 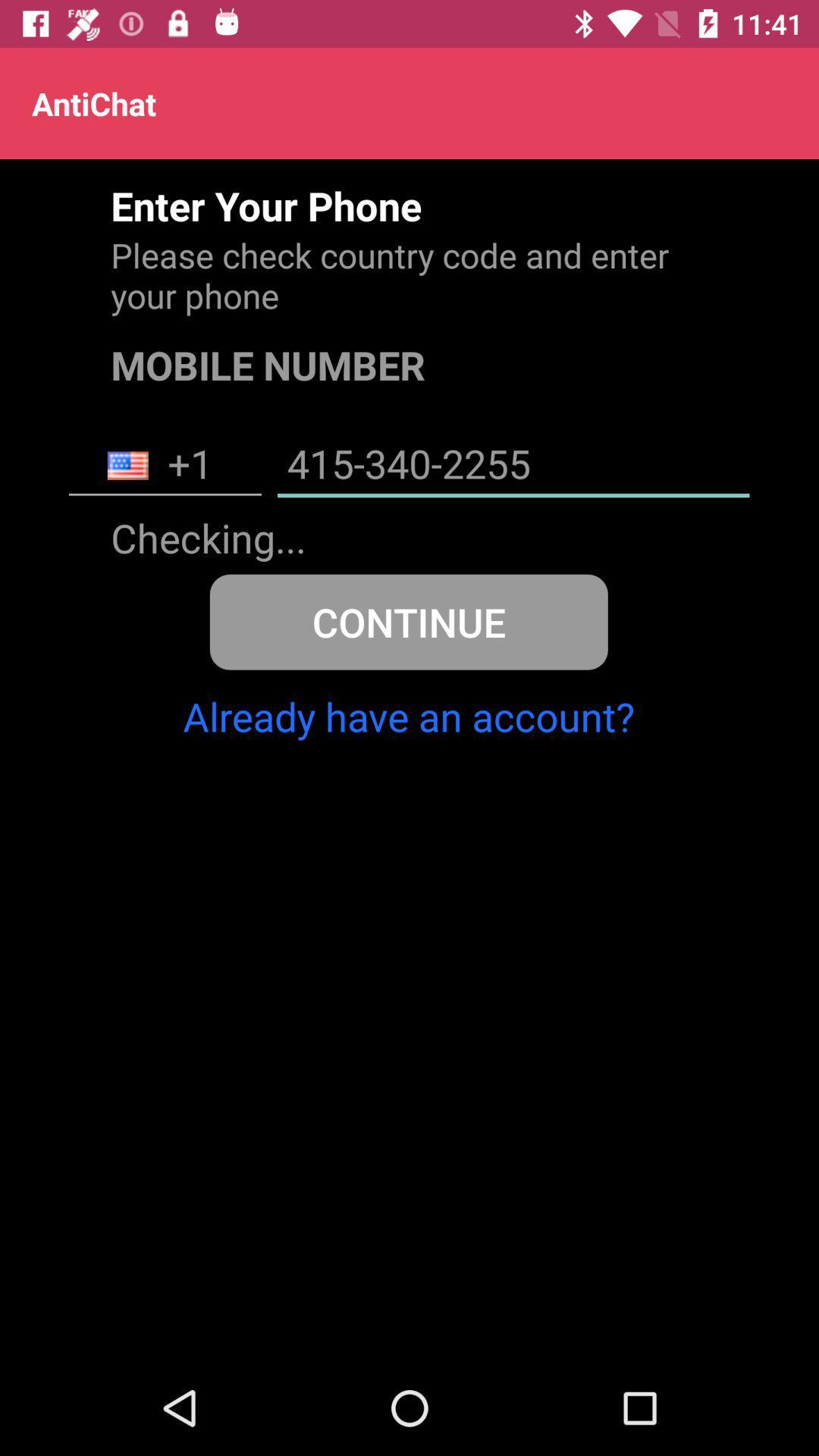 What do you see at coordinates (408, 715) in the screenshot?
I see `already have an icon` at bounding box center [408, 715].